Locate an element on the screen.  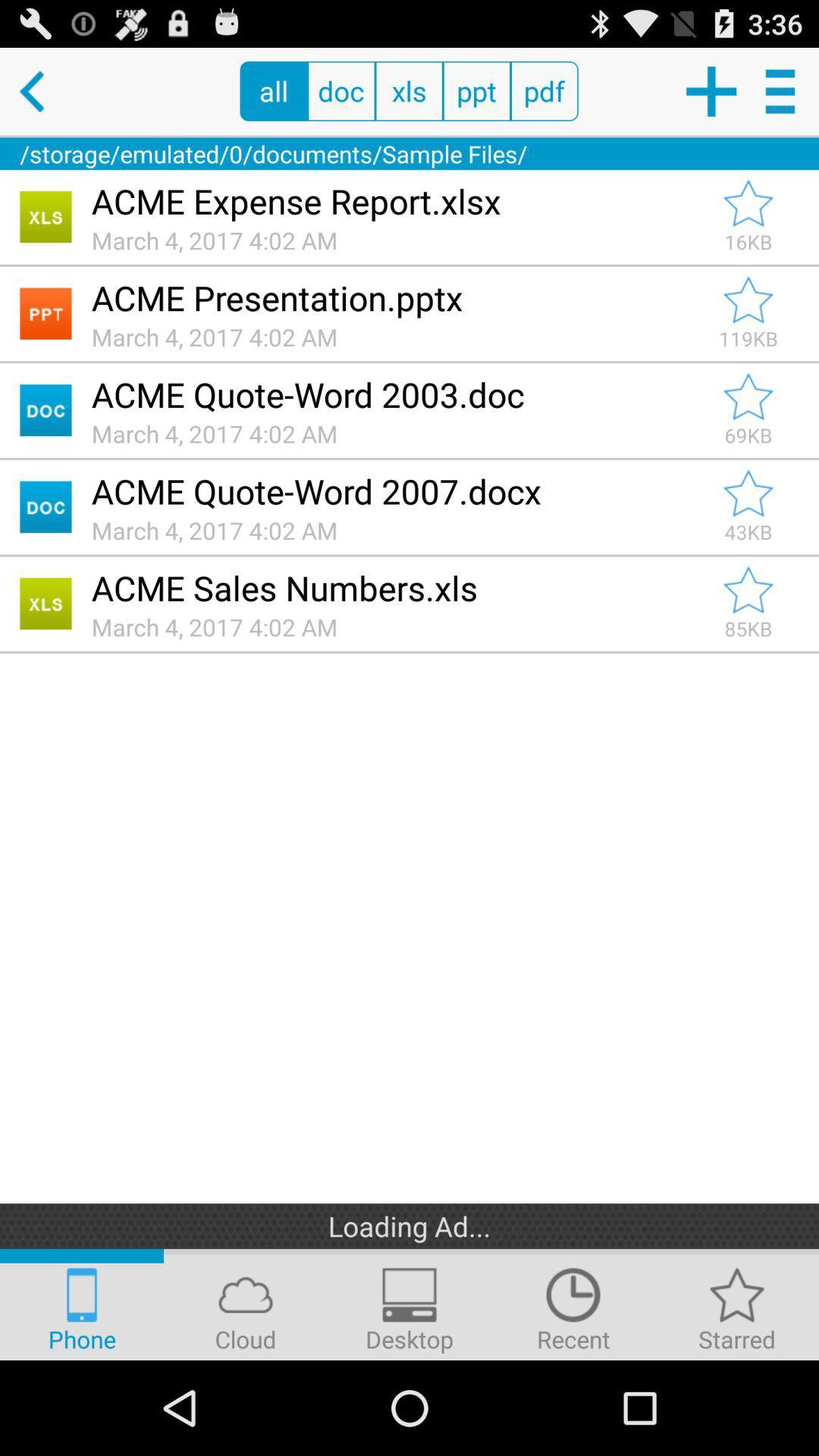
new document is located at coordinates (711, 90).